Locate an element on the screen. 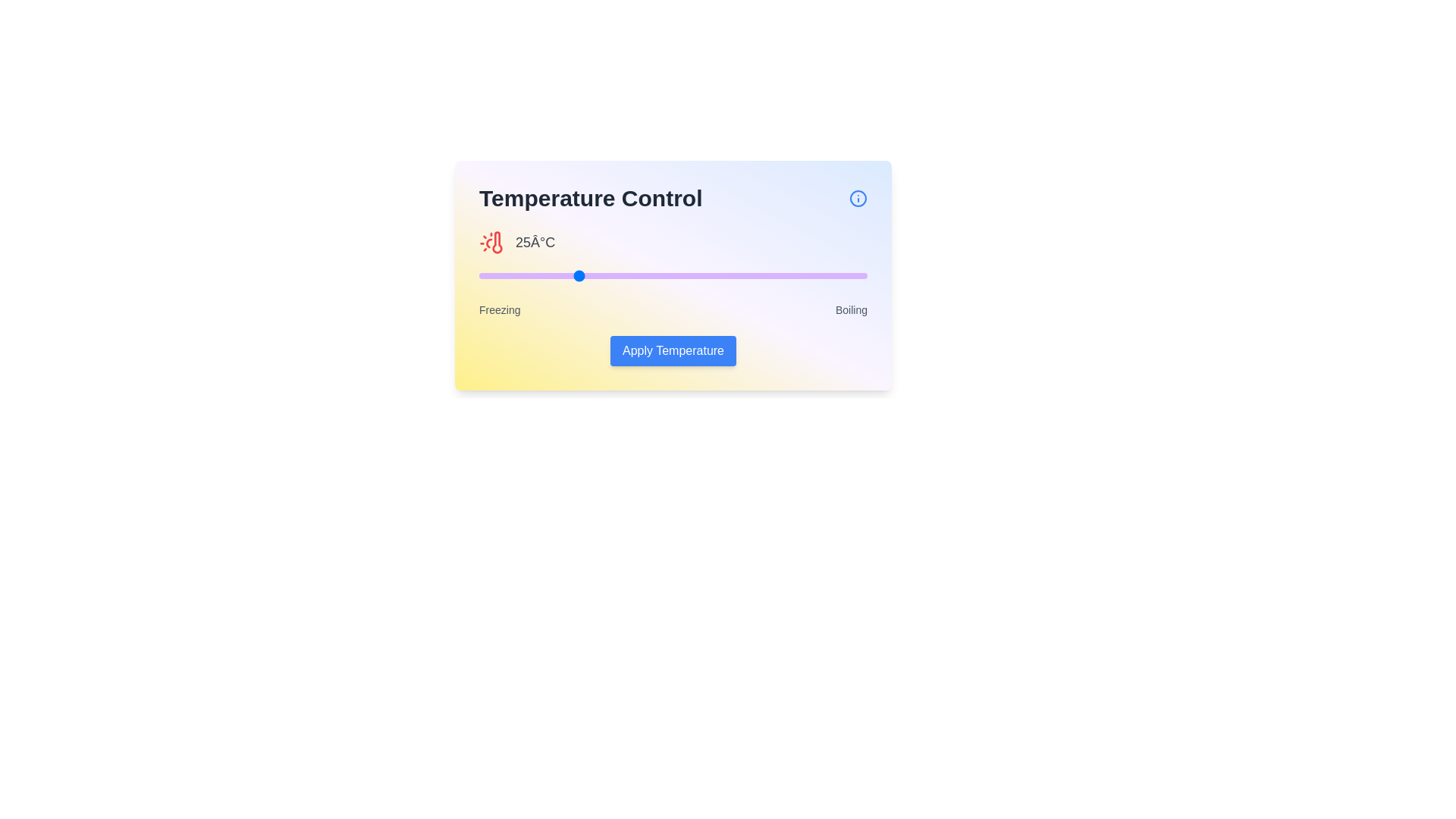 The width and height of the screenshot is (1456, 819). the temperature slider to 38 percent is located at coordinates (626, 275).